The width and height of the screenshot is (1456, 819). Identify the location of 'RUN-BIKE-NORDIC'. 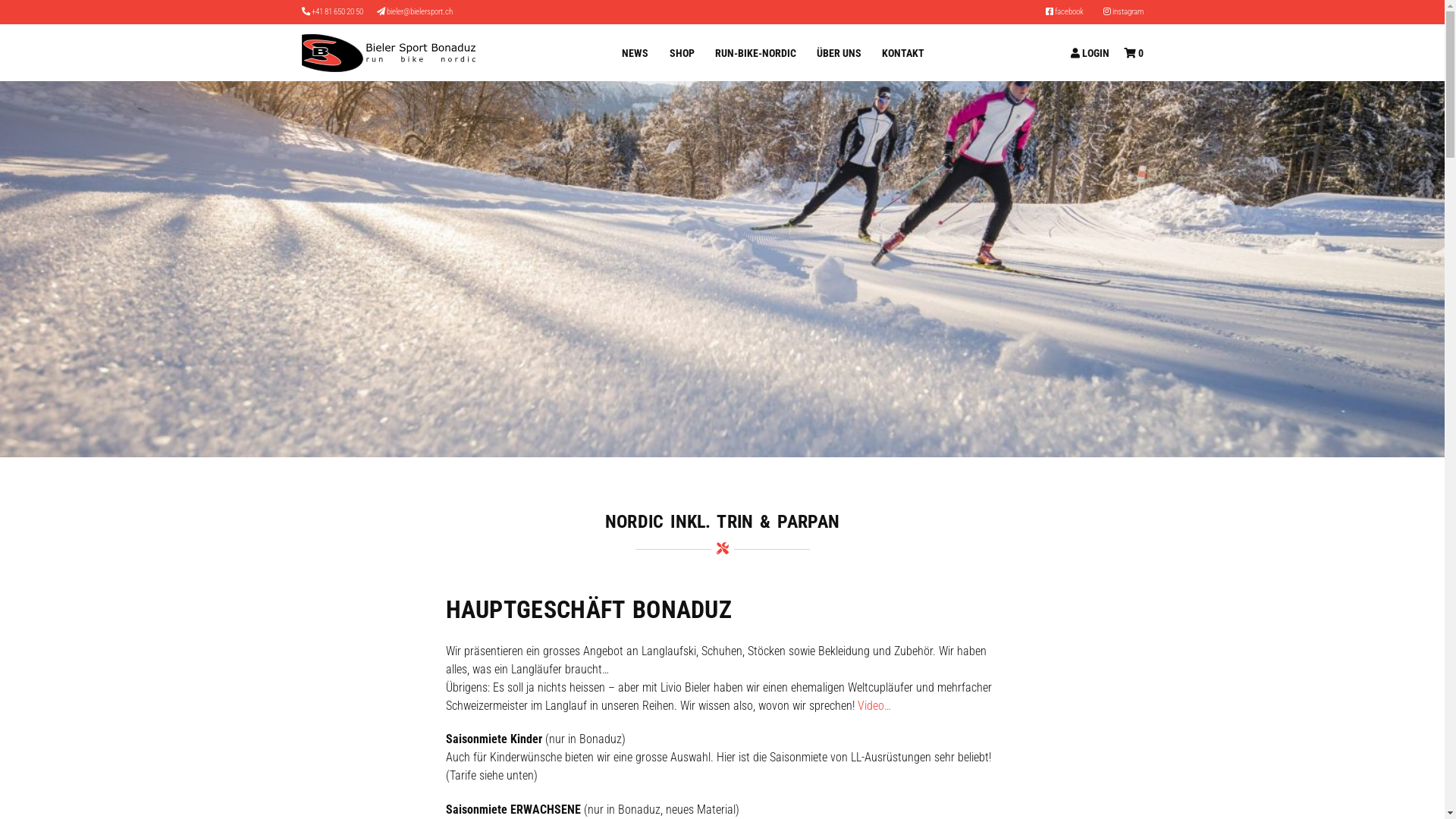
(755, 52).